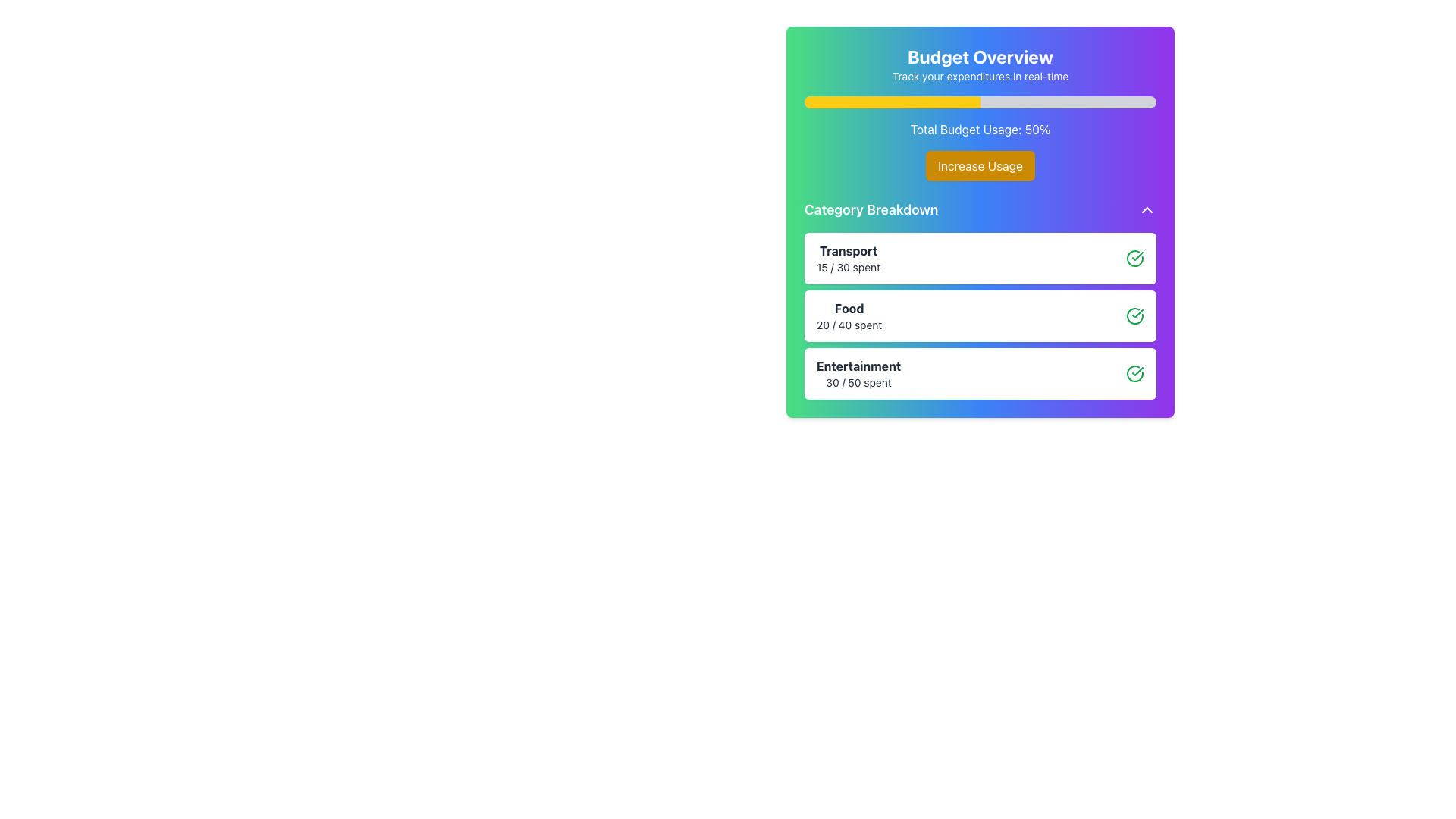 Image resolution: width=1456 pixels, height=819 pixels. What do you see at coordinates (1137, 312) in the screenshot?
I see `the Checkmark icon located on the right-hand side of the 'Transport' line item in the 'Category Breakdown' section to indicate completion or confirmation` at bounding box center [1137, 312].